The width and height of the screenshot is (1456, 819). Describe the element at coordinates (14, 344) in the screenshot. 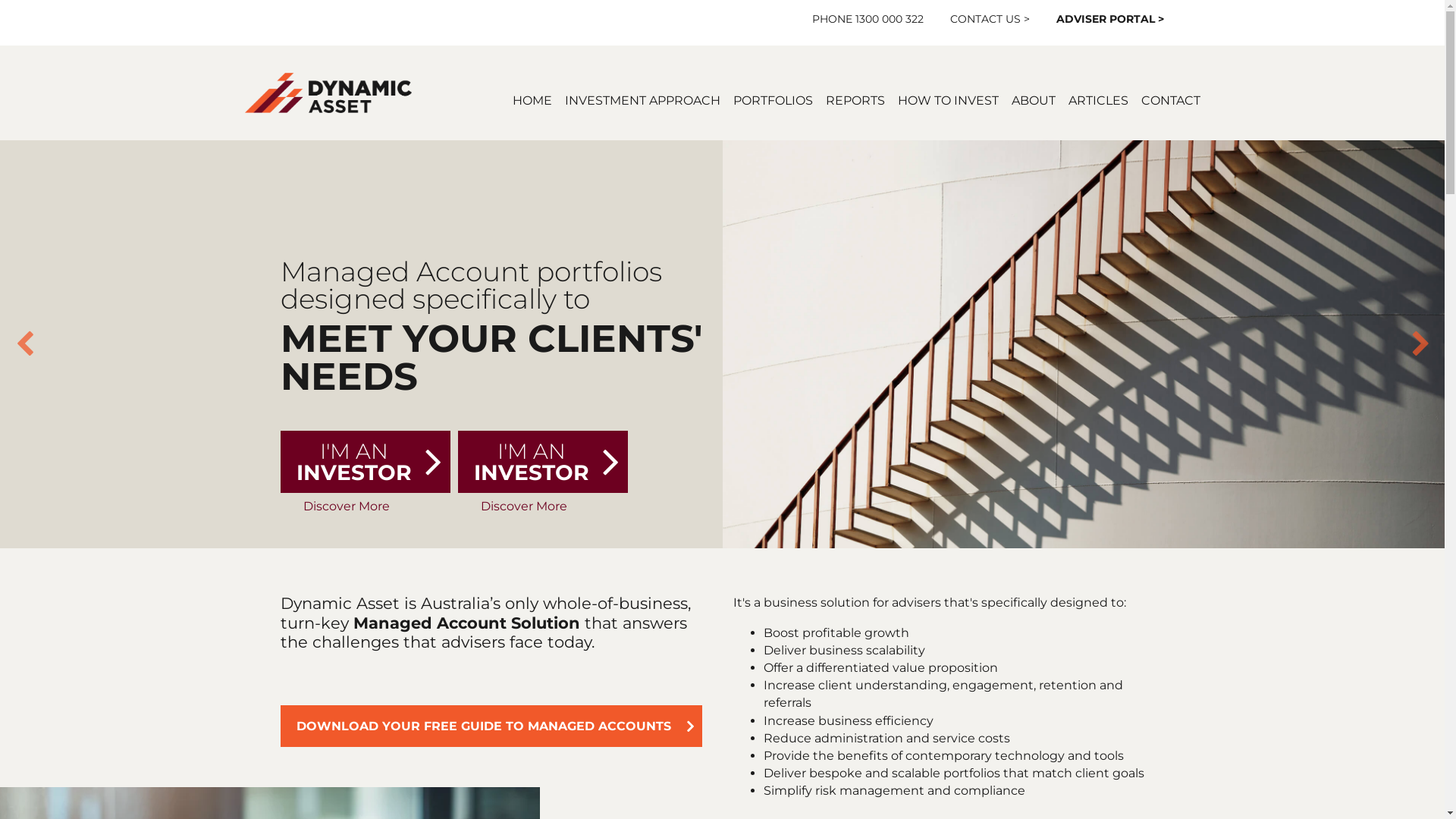

I see `'Previous'` at that location.